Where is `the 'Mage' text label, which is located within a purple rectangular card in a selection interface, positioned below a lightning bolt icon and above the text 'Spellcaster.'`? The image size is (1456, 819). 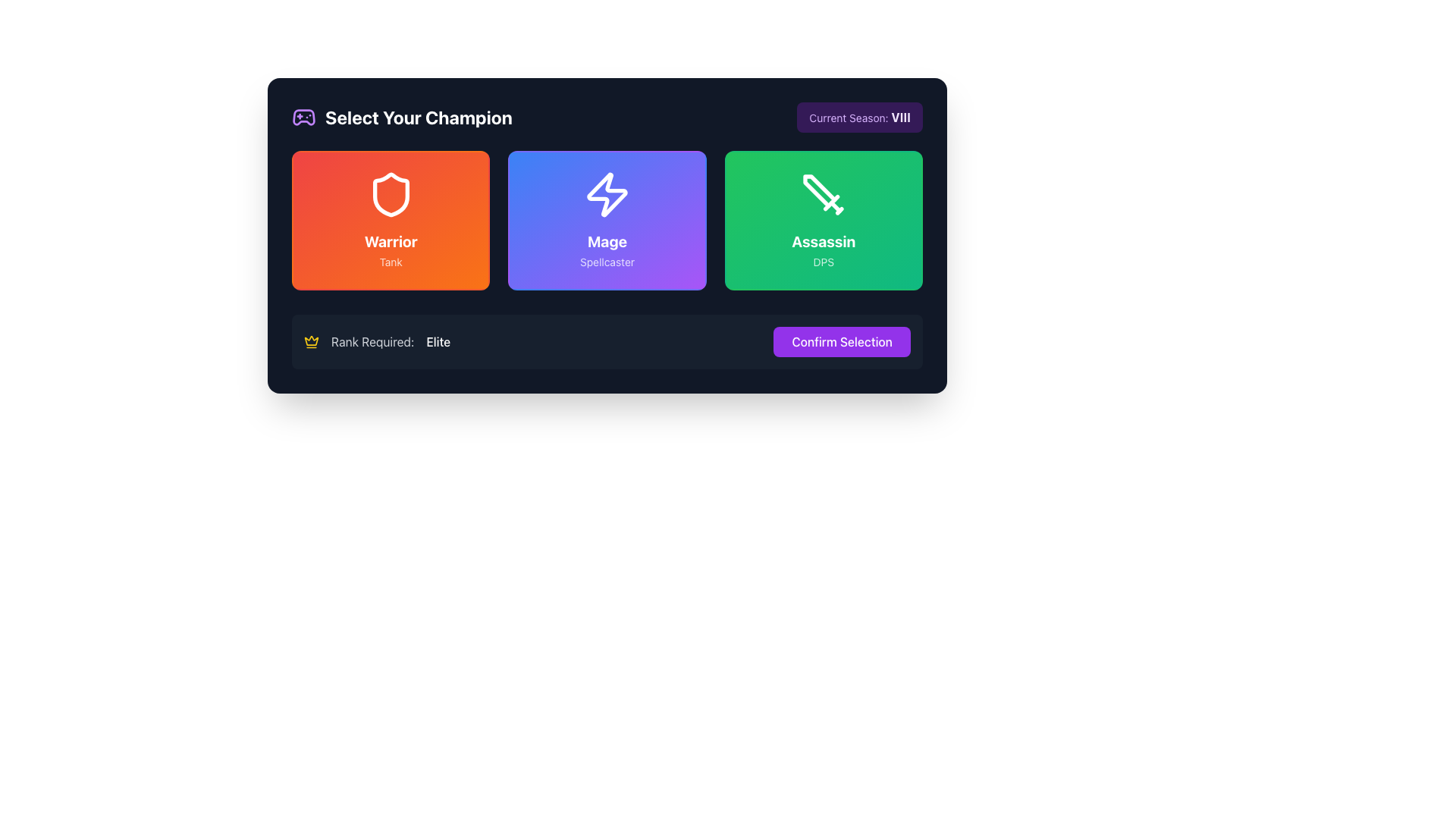
the 'Mage' text label, which is located within a purple rectangular card in a selection interface, positioned below a lightning bolt icon and above the text 'Spellcaster.' is located at coordinates (607, 241).